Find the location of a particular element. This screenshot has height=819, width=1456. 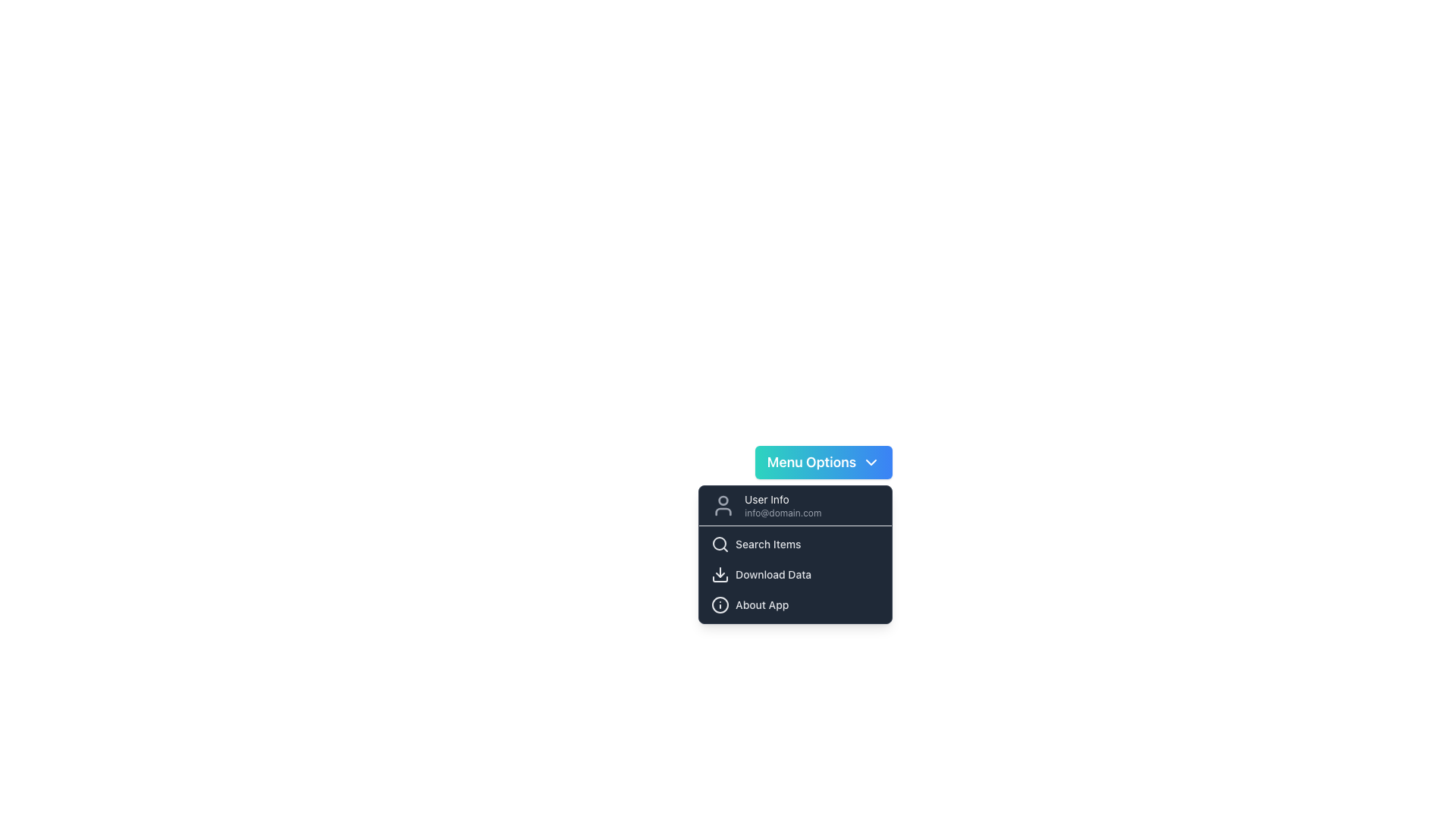

the search button located in the second row of the vertical menu, positioned between 'User Info' and 'Download Data' is located at coordinates (795, 543).